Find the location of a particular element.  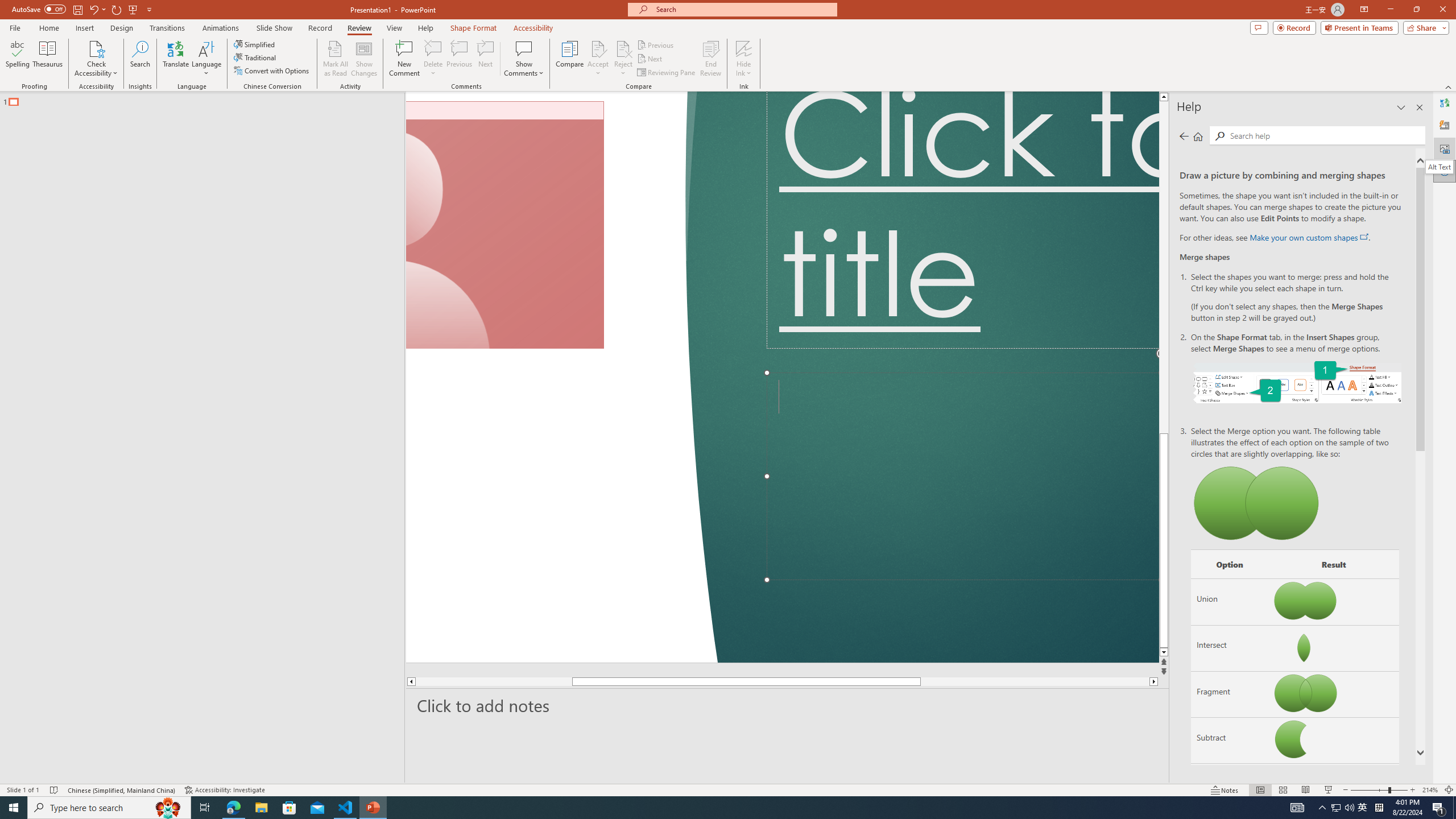

'Accessibility Checker Accessibility: Investigate' is located at coordinates (226, 790).